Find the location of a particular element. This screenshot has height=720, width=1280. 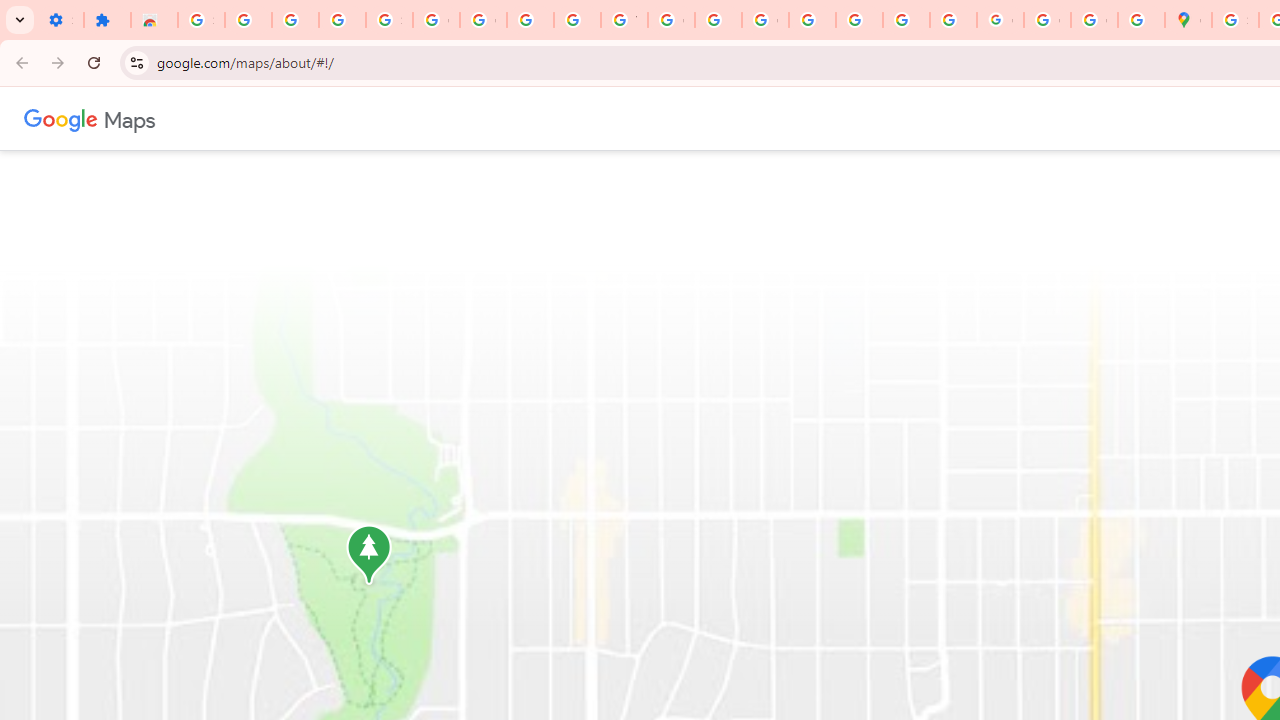

'https://scholar.google.com/' is located at coordinates (718, 20).